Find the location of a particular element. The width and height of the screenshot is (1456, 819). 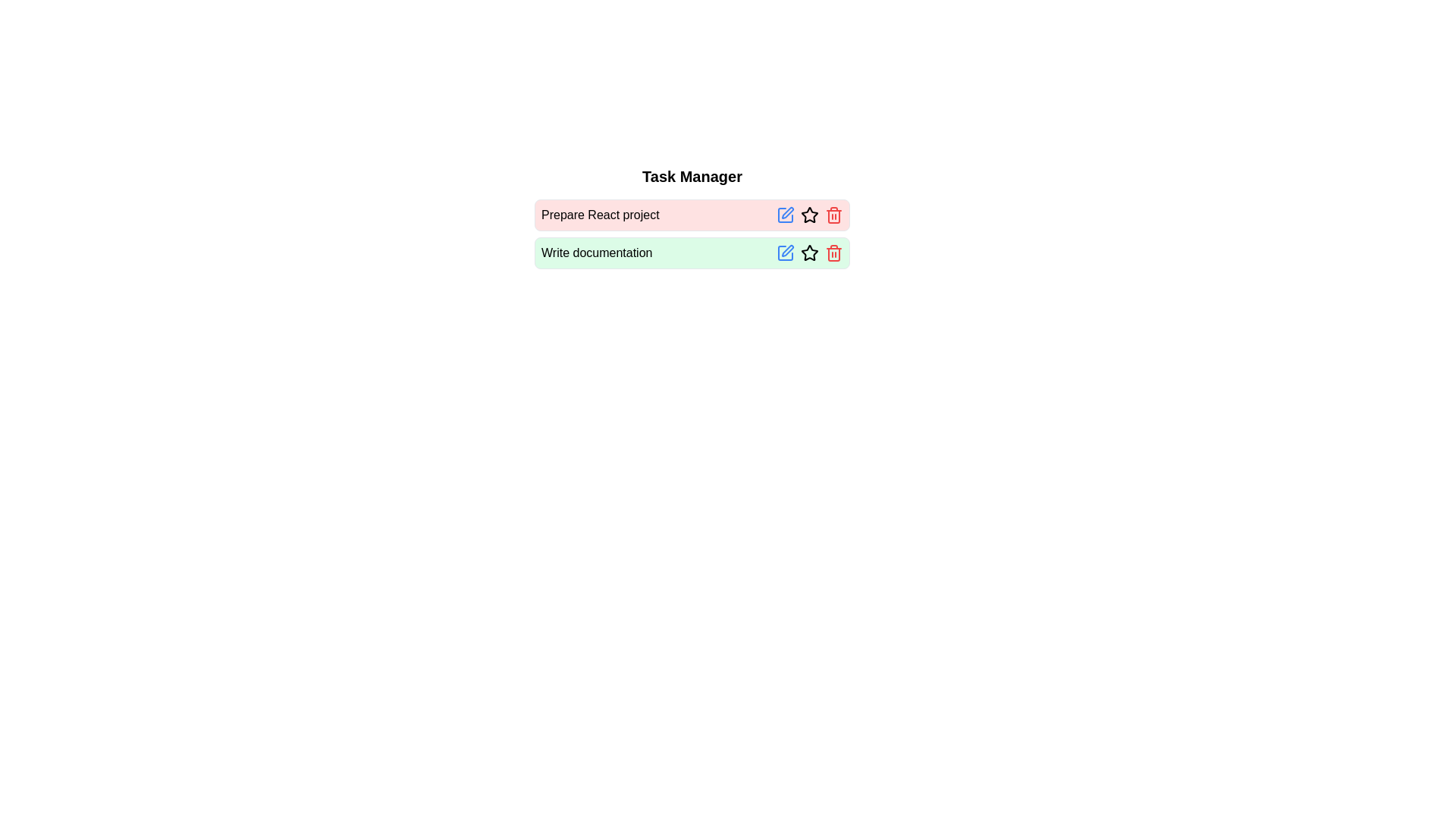

the star icon in the upper task section for 'Prepare React project' is located at coordinates (809, 215).